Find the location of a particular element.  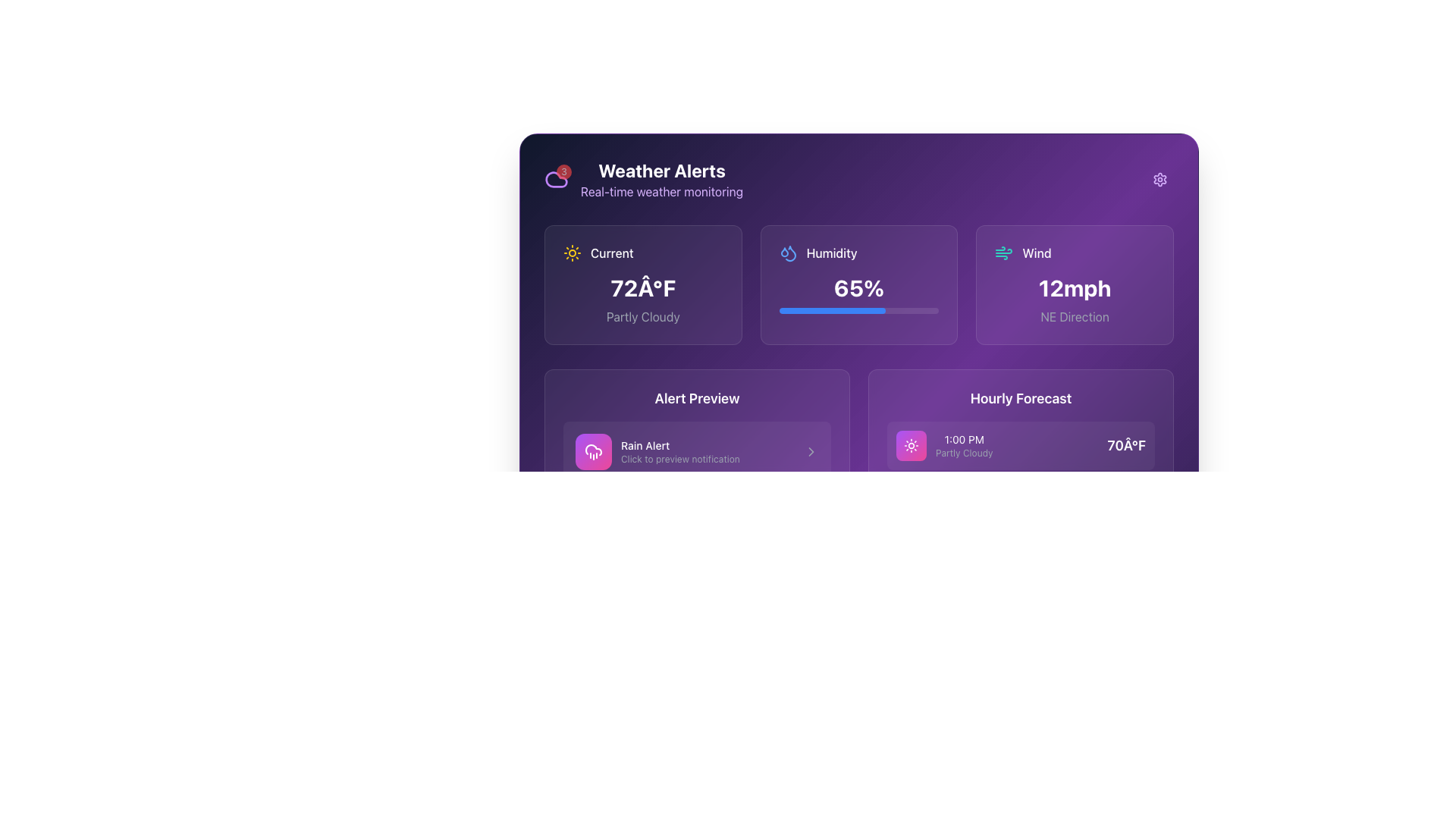

the notification badge displaying the count '3' located at the top-right corner of the purple cloud icon is located at coordinates (563, 171).